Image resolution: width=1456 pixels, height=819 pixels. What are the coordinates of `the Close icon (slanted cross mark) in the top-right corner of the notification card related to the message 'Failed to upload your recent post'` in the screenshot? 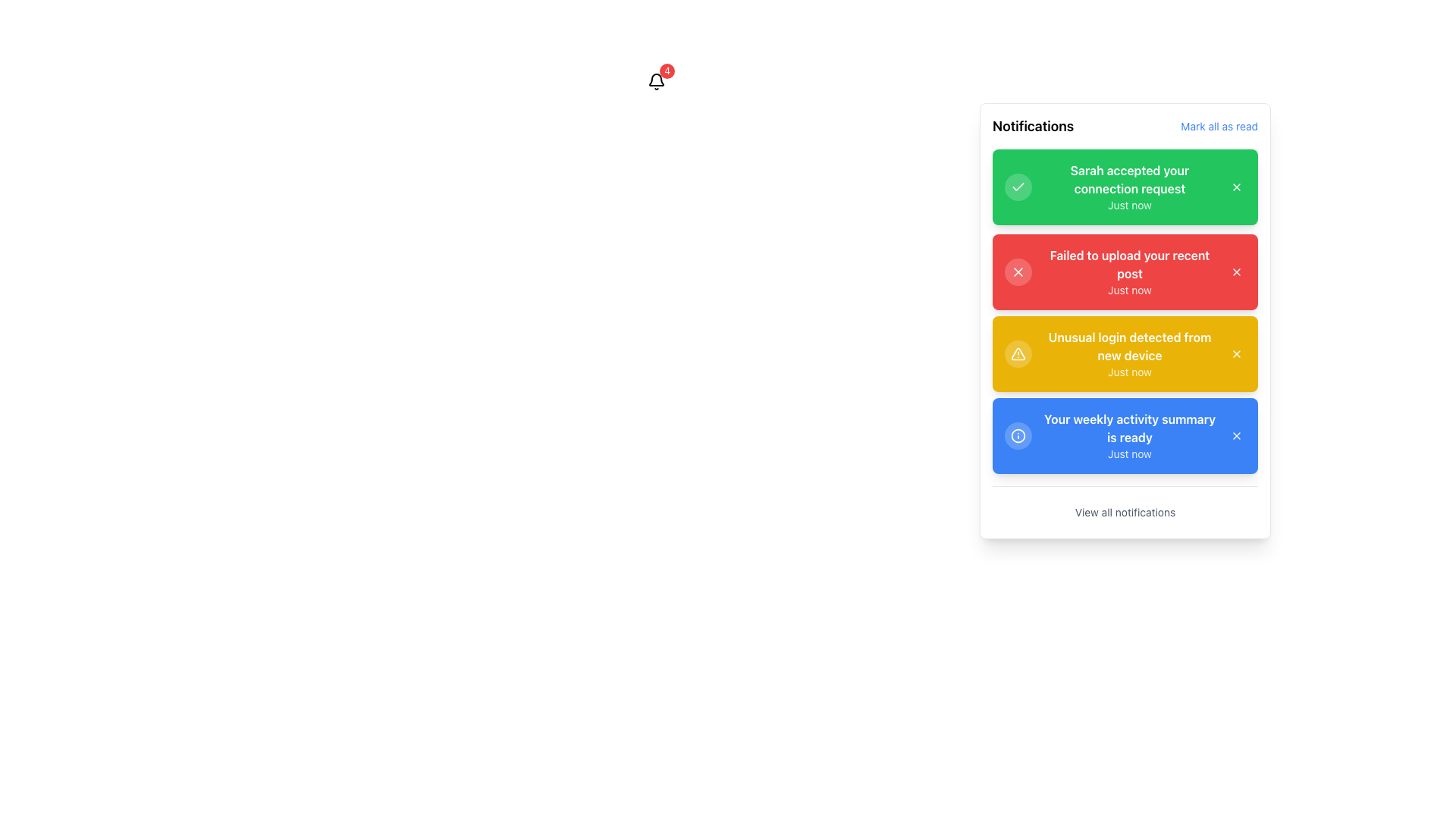 It's located at (1018, 271).